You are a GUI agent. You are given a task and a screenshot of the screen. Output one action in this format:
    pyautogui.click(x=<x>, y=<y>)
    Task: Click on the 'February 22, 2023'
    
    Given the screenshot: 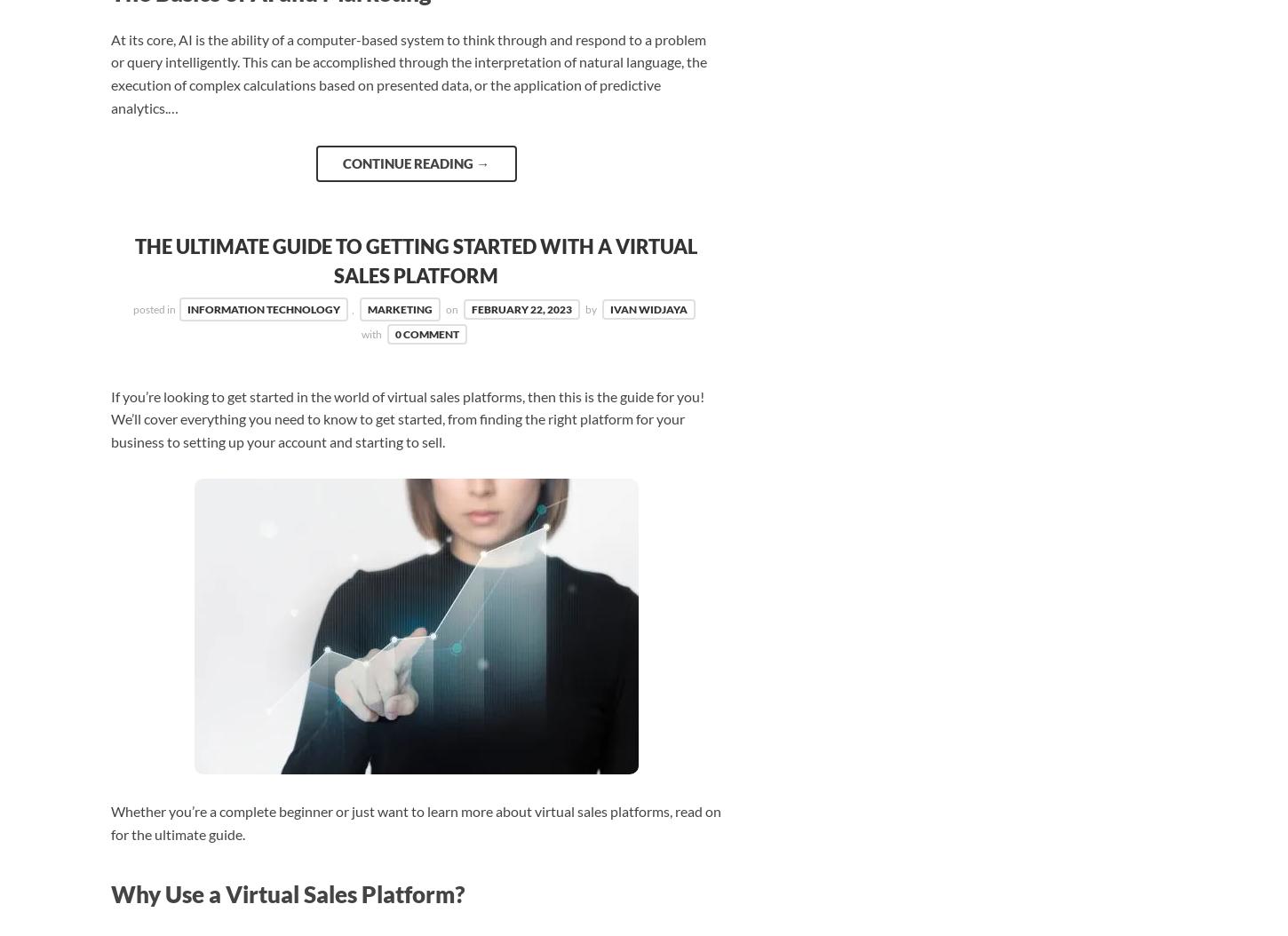 What is the action you would take?
    pyautogui.click(x=521, y=309)
    